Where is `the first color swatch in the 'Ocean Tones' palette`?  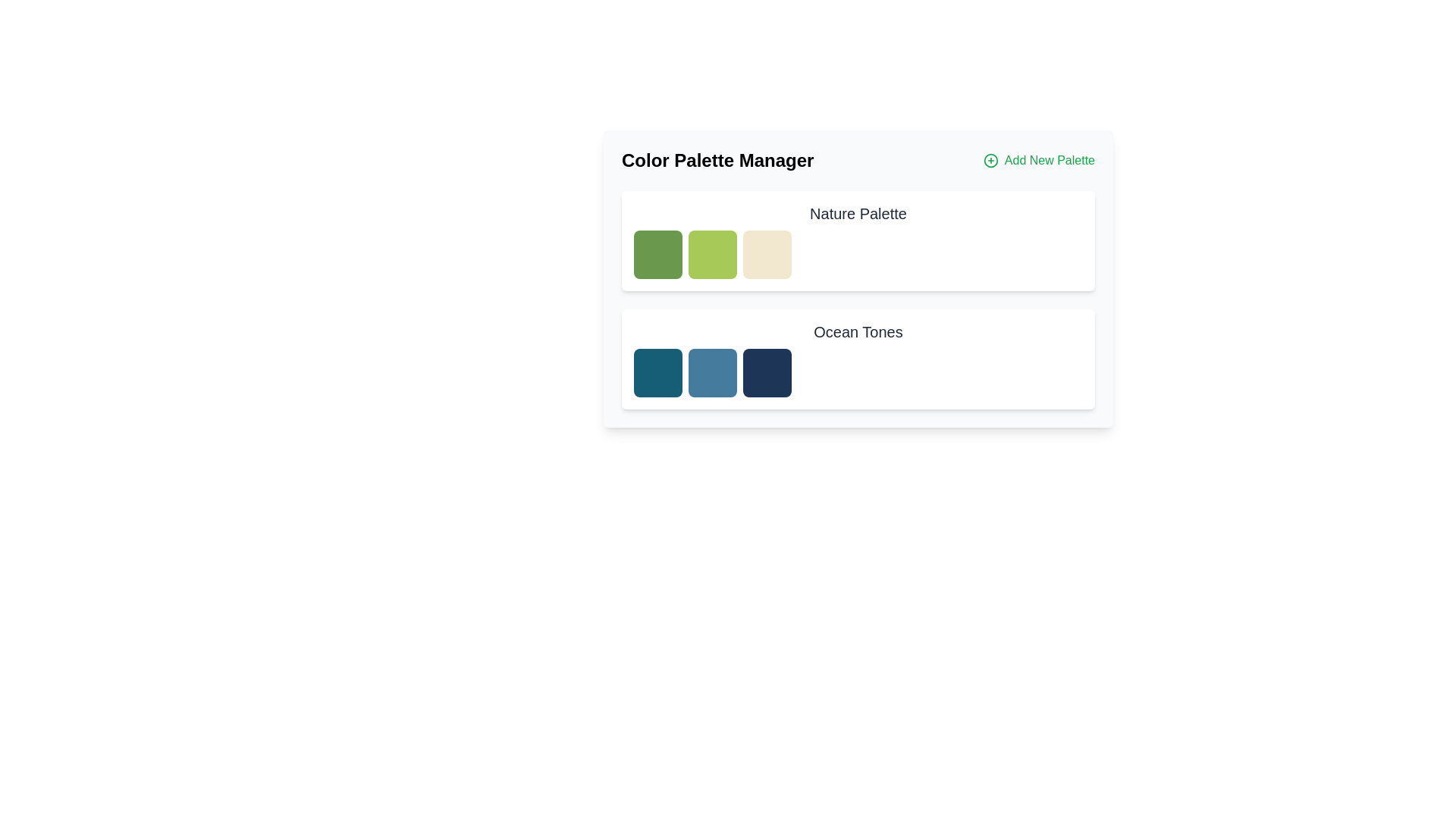 the first color swatch in the 'Ocean Tones' palette is located at coordinates (658, 373).